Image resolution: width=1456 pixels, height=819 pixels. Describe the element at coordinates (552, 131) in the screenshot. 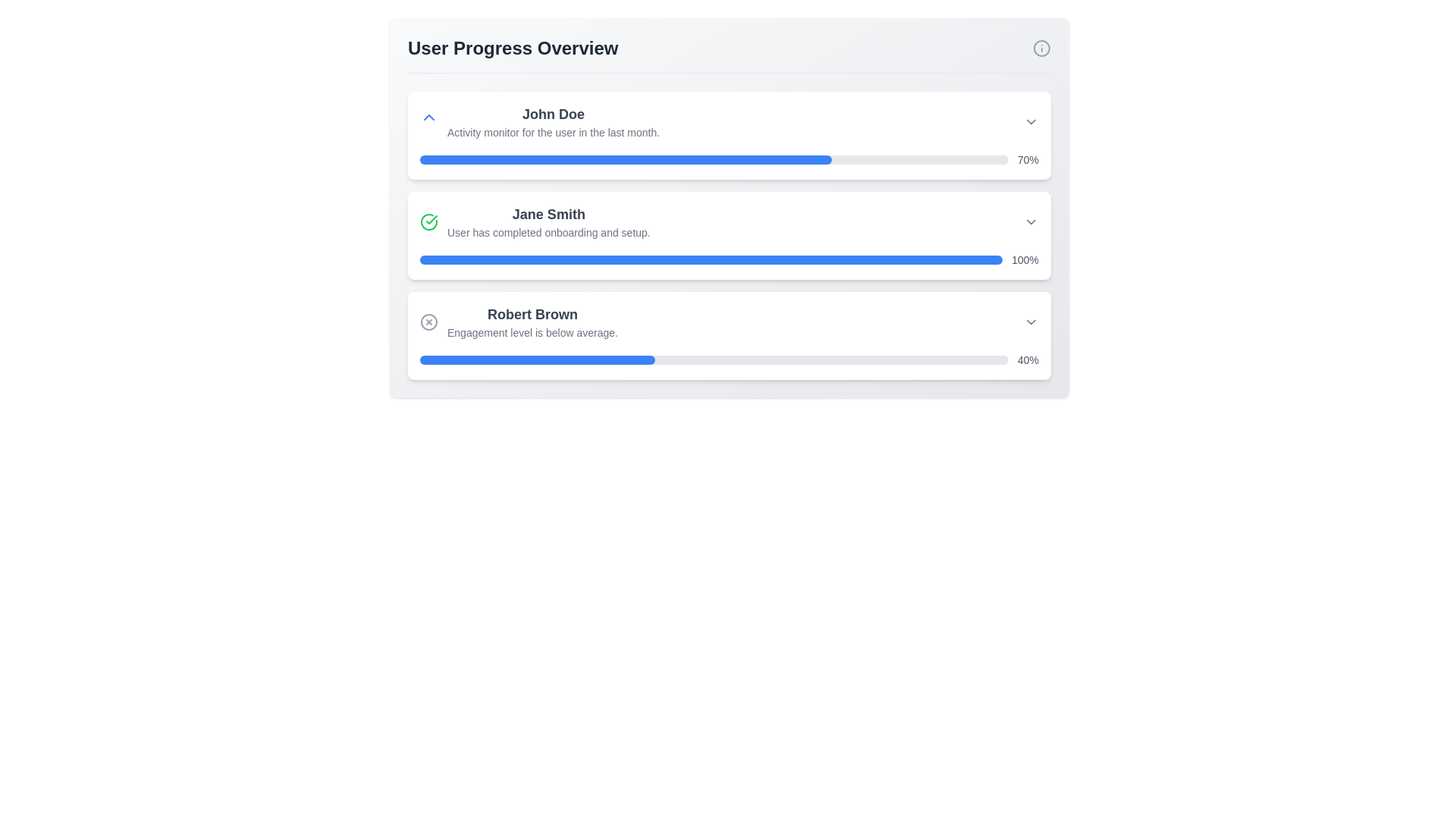

I see `the text label that reads 'Activity monitor for the user in the last month', which is styled in gray and positioned below the bold title 'John Doe' in the user progress overview interface` at that location.